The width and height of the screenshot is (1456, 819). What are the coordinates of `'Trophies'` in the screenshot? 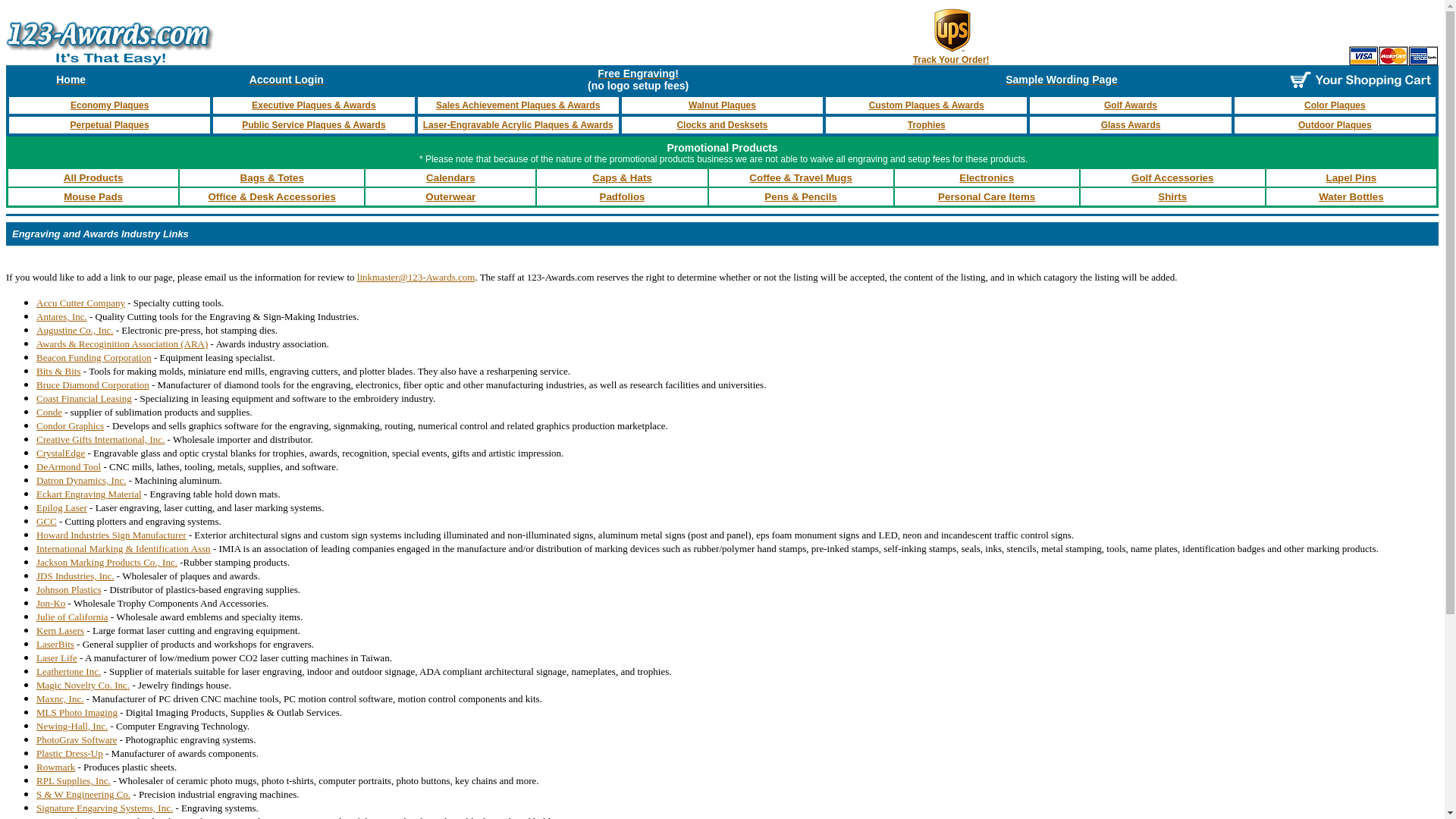 It's located at (907, 124).